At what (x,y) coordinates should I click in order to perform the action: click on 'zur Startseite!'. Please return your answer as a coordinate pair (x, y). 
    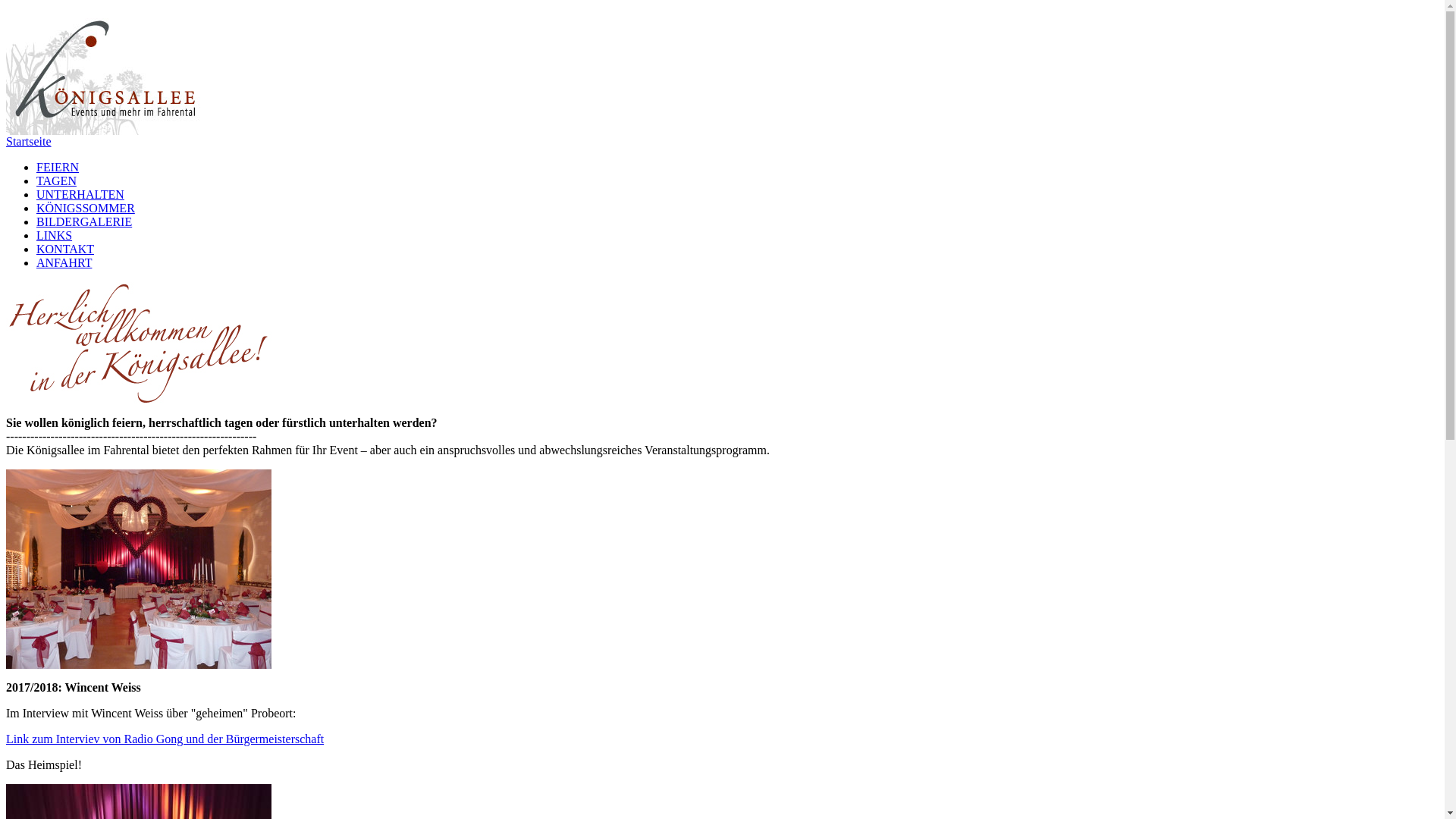
    Looking at the image, I should click on (108, 70).